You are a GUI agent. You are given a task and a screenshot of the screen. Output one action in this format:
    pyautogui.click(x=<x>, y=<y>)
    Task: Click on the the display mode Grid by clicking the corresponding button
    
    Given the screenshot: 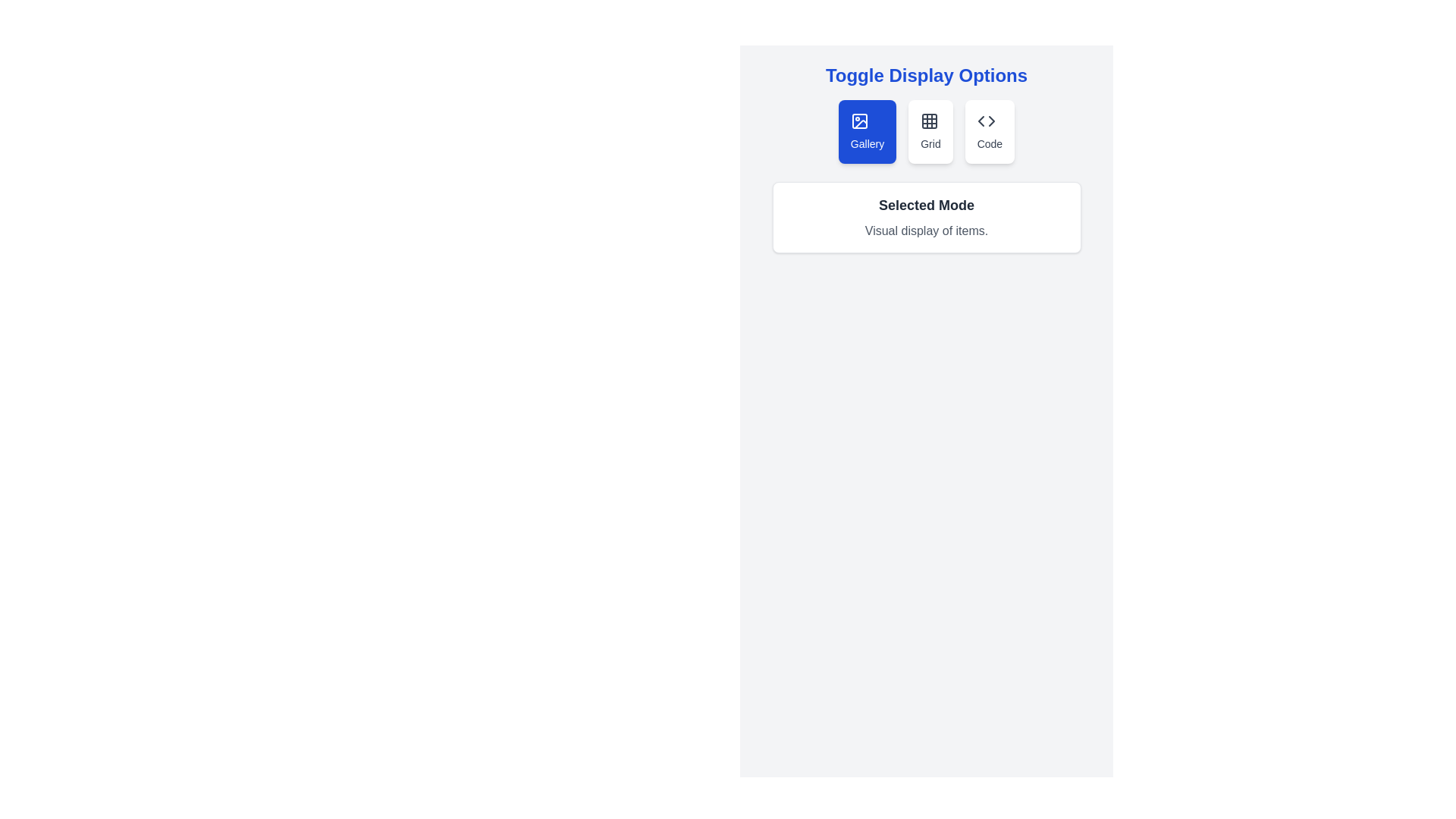 What is the action you would take?
    pyautogui.click(x=930, y=130)
    